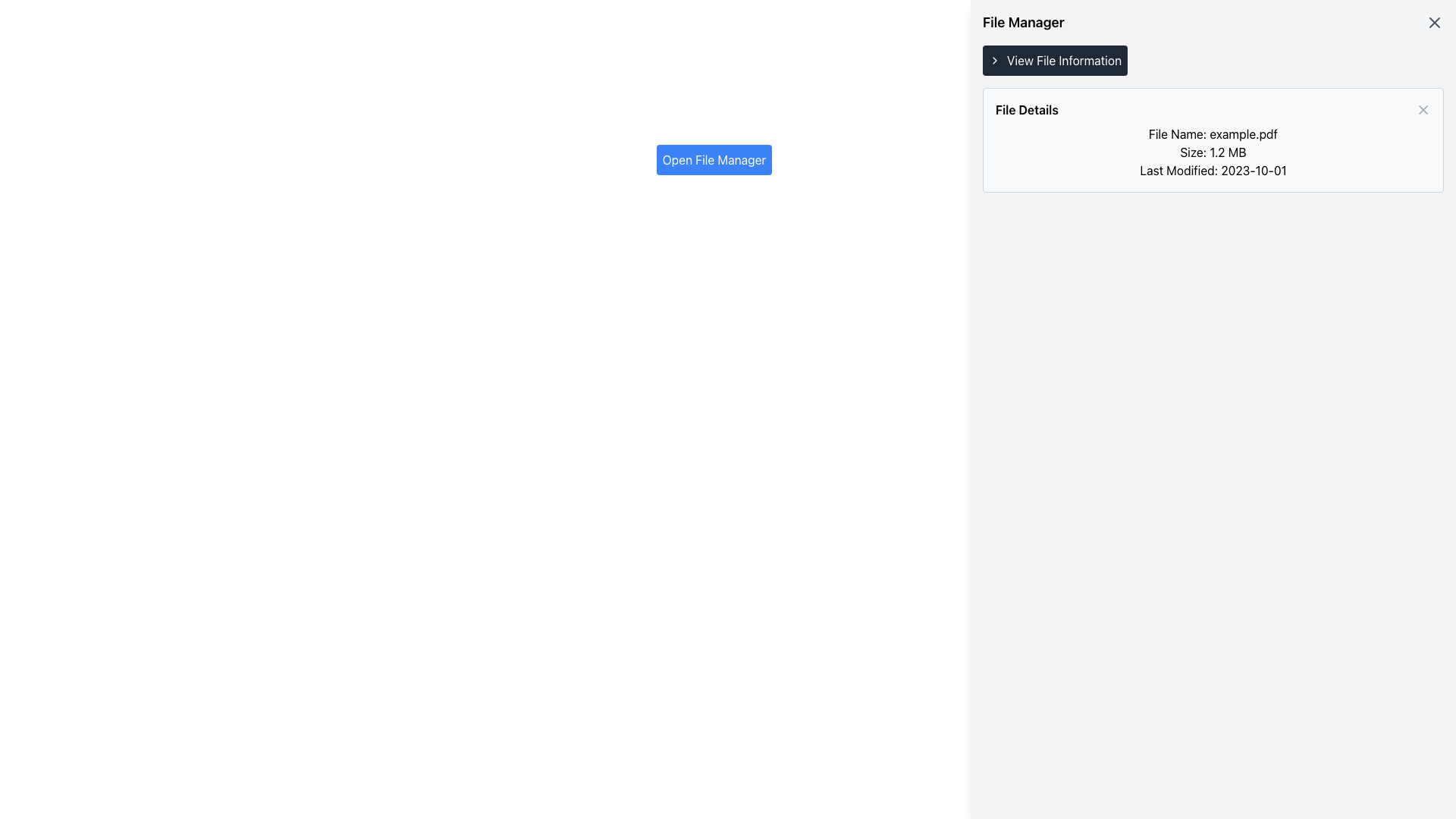  What do you see at coordinates (1212, 170) in the screenshot?
I see `the text label displaying 'Last Modified: 2023-10-01' in the 'File Details' section of the 'File Manager'` at bounding box center [1212, 170].